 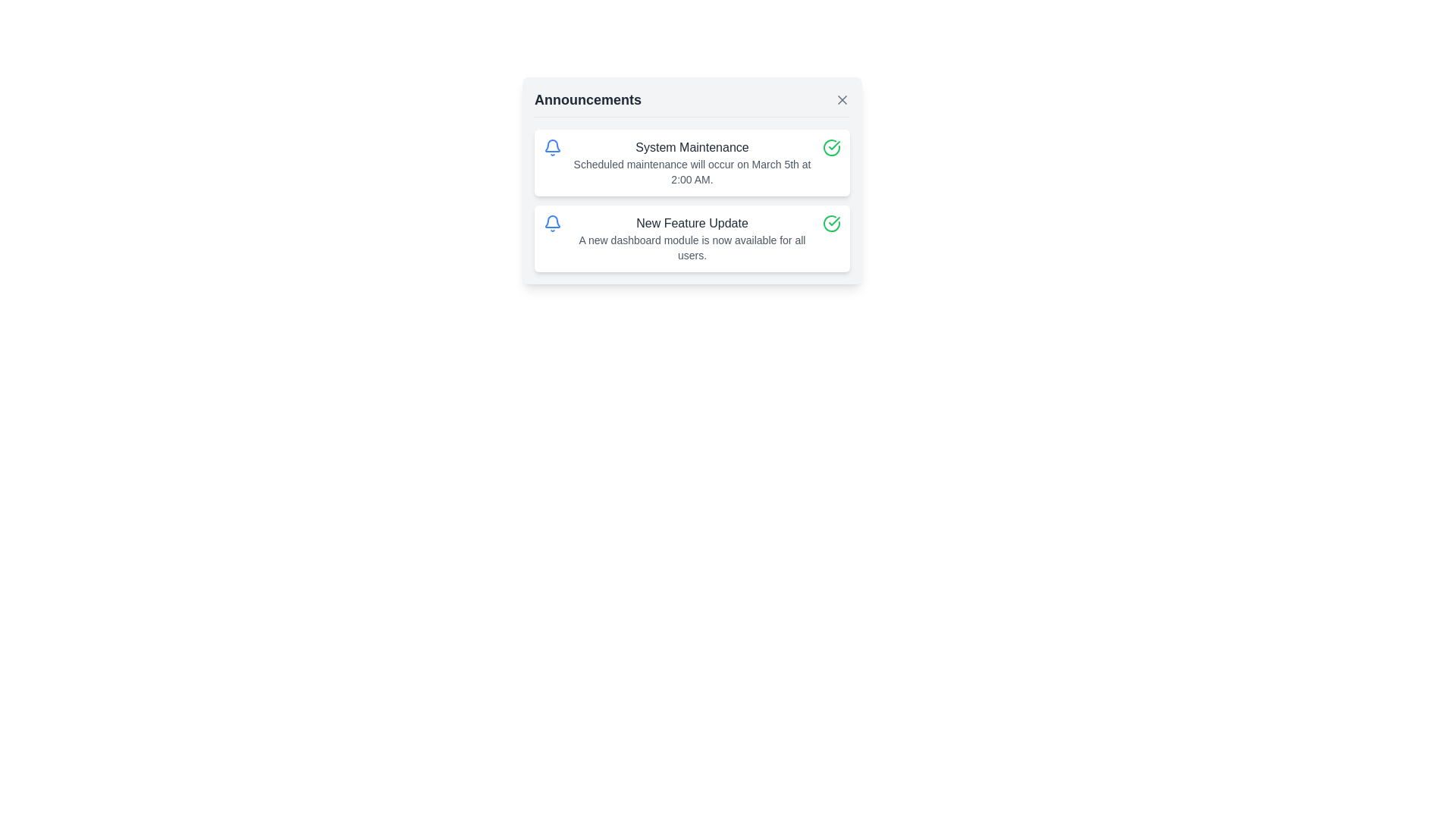 I want to click on the green check mark icon within a circle, located at the top-right corner of the announcements box, to the right of the 'System Maintenance' heading, so click(x=831, y=148).